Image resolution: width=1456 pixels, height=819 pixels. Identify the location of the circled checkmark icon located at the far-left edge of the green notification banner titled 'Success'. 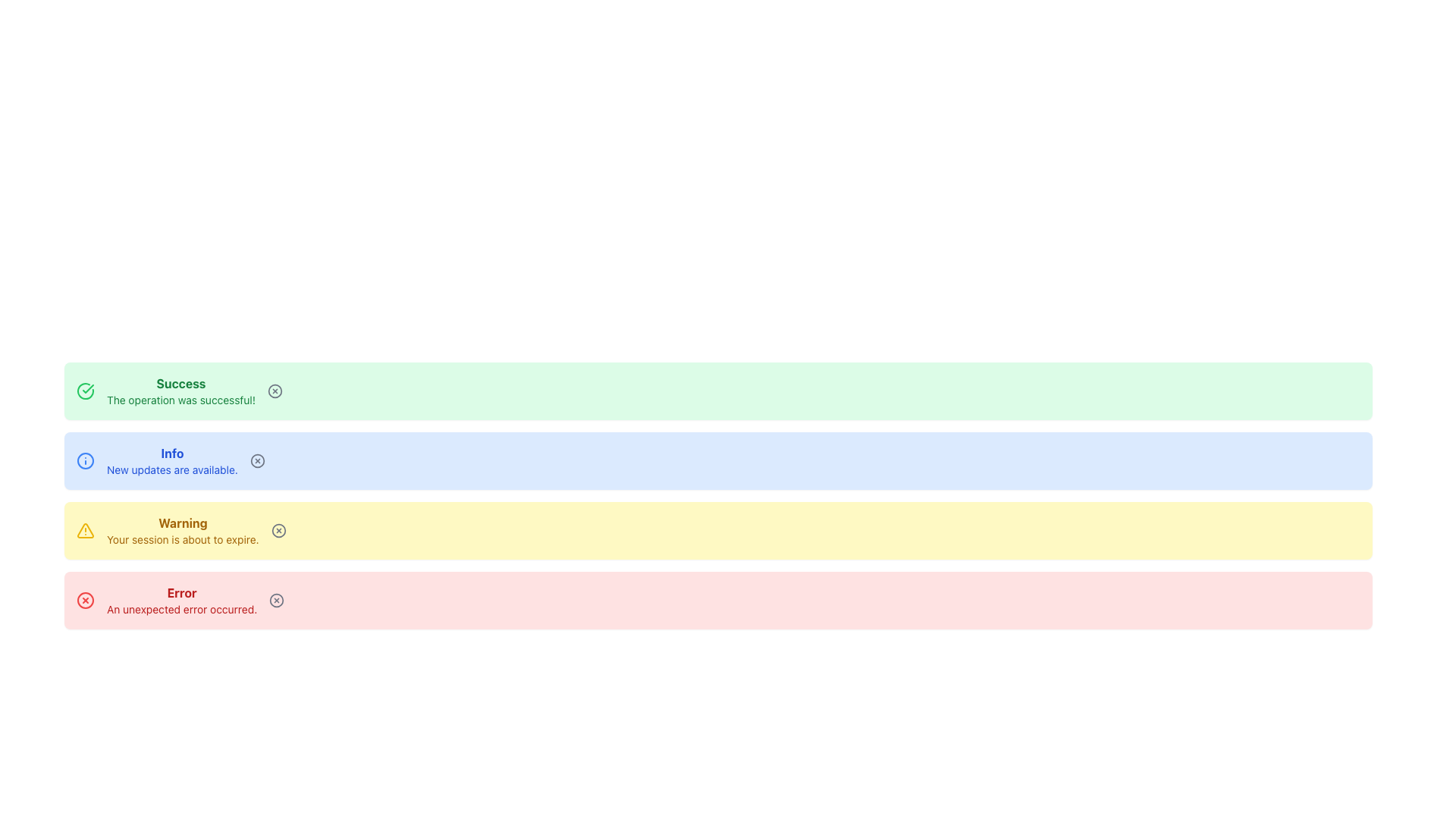
(85, 391).